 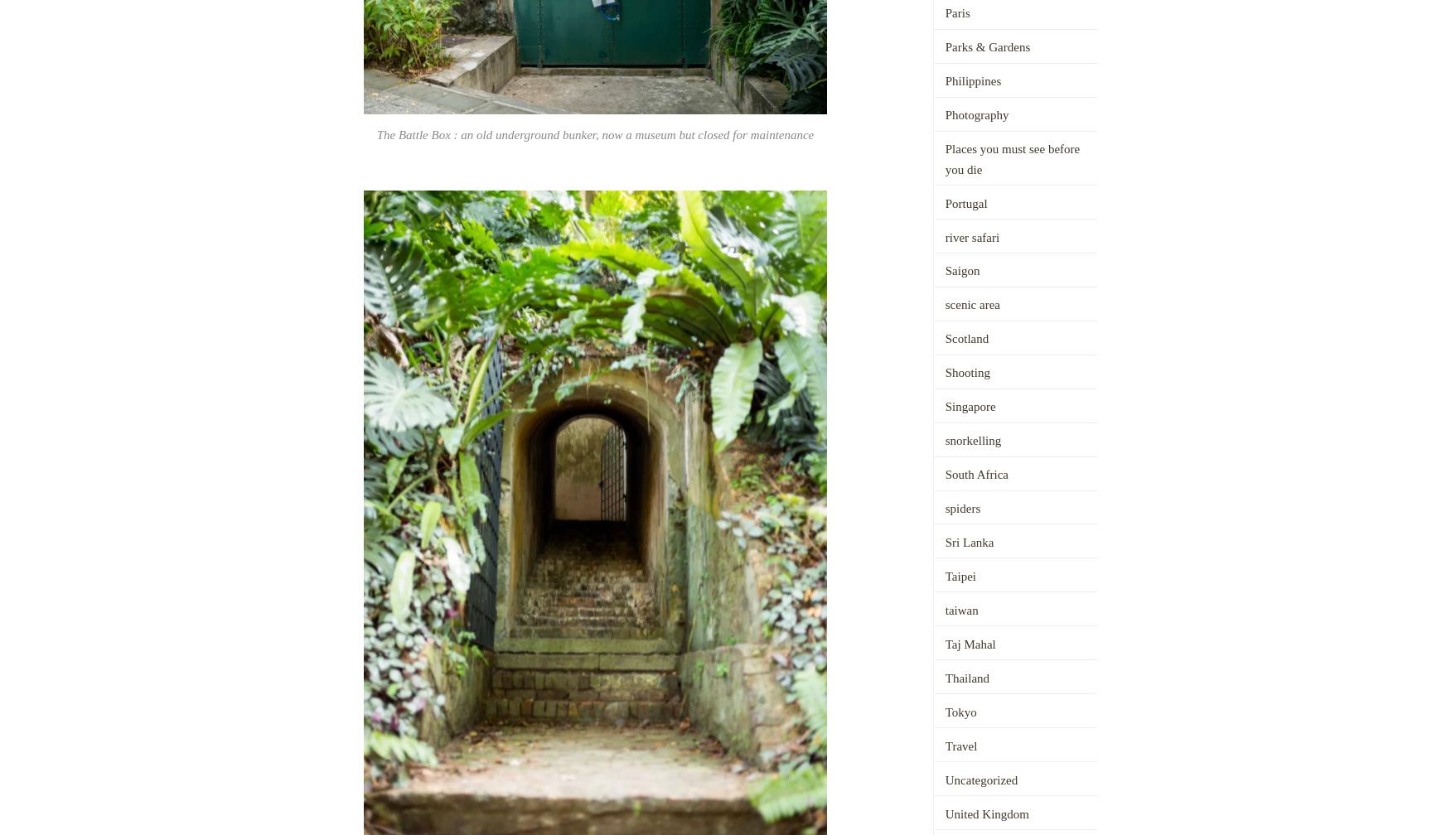 I want to click on 'United Kingdom', so click(x=986, y=813).